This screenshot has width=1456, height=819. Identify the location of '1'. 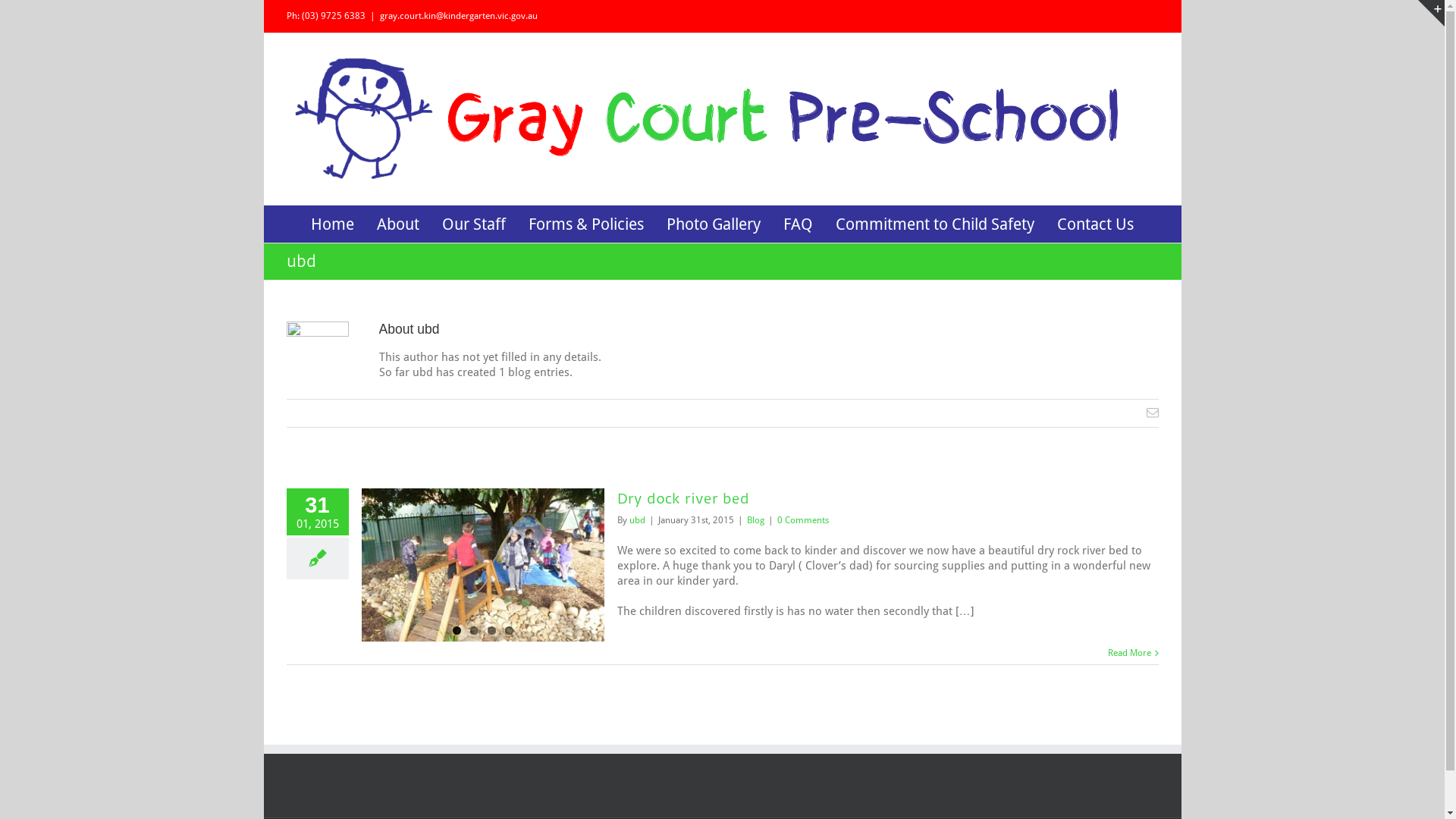
(455, 630).